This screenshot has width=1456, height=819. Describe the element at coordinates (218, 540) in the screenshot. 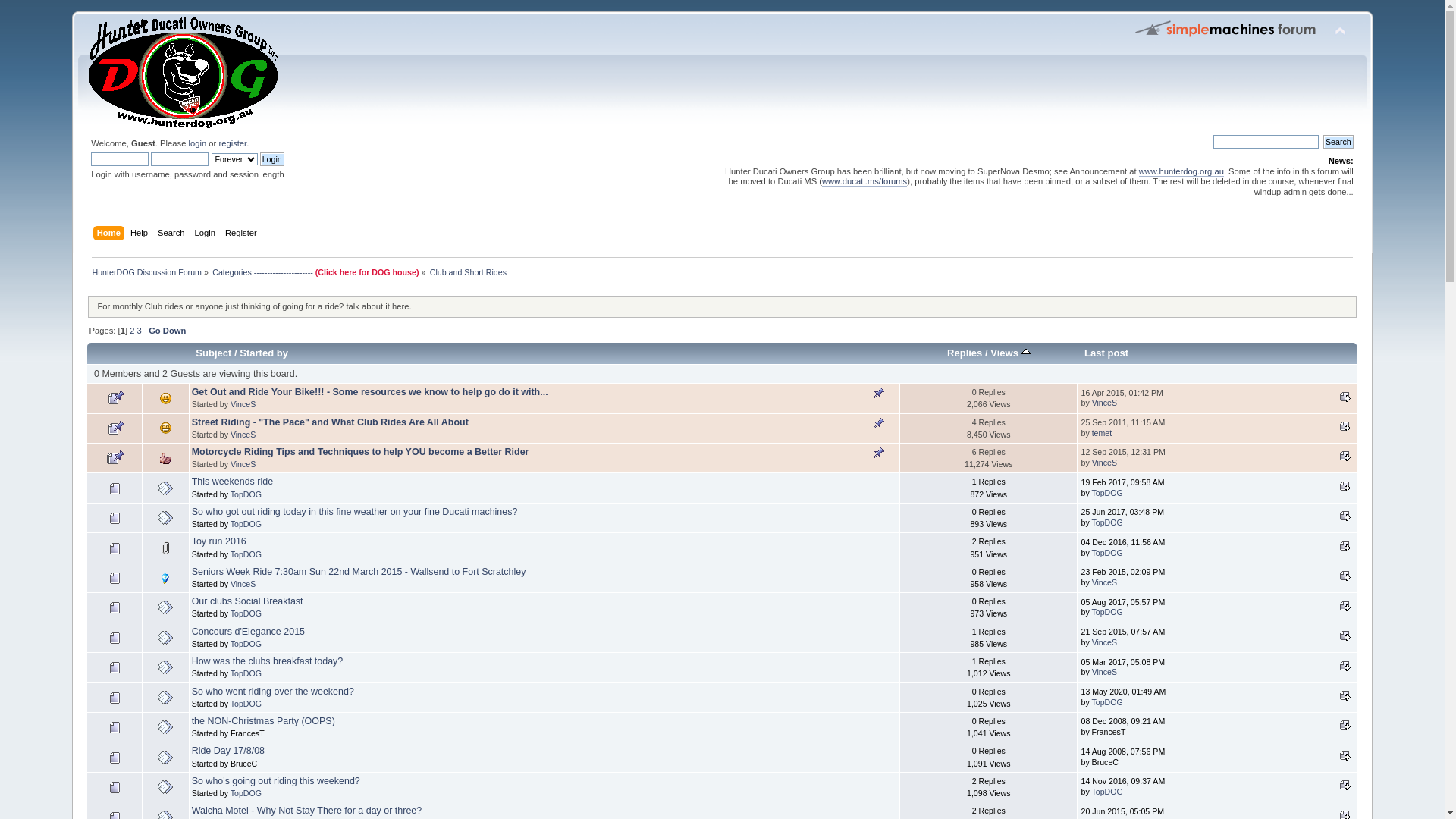

I see `'Toy run 2016'` at that location.